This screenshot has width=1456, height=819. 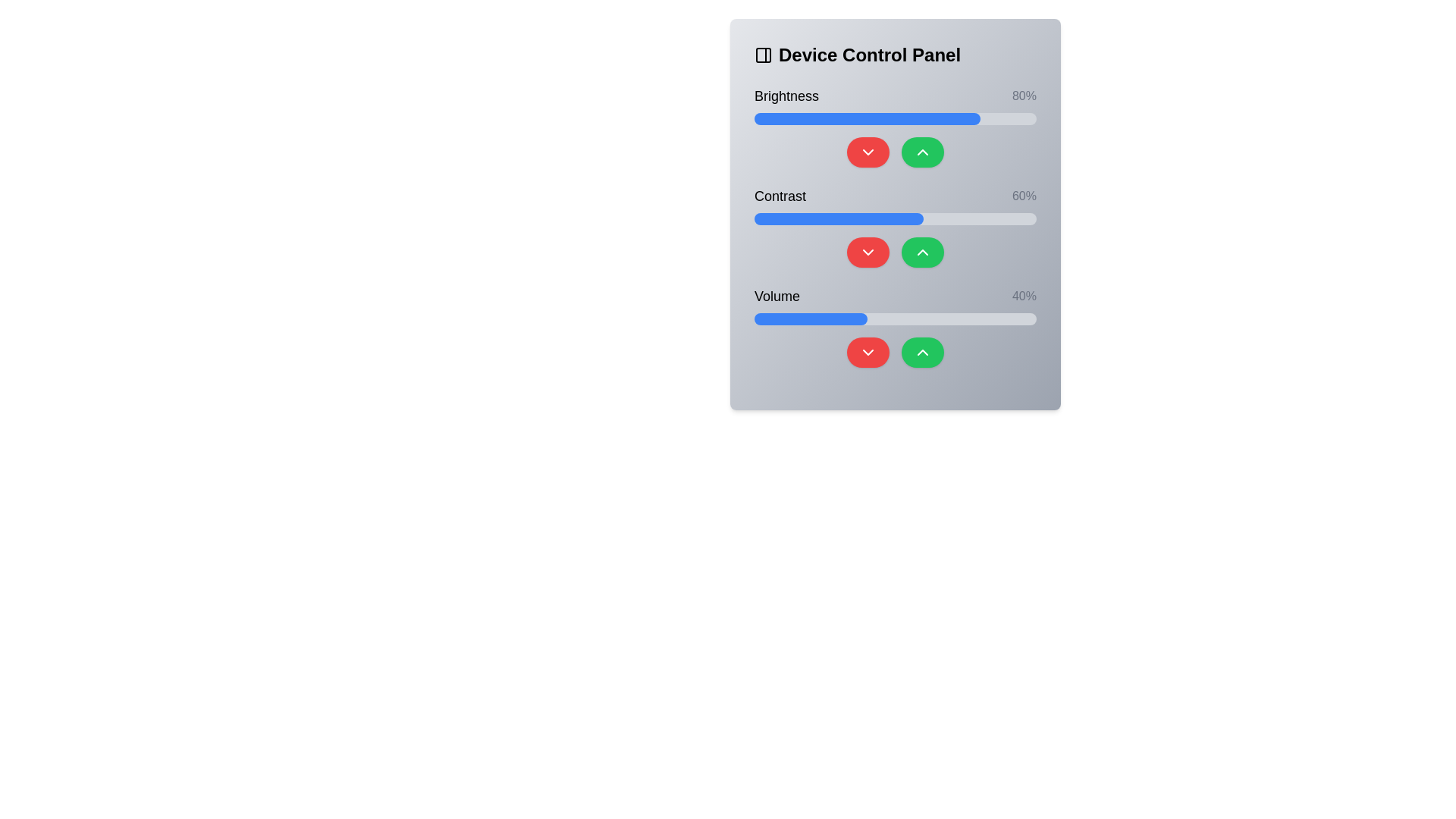 I want to click on the progress of the slider, so click(x=821, y=318).